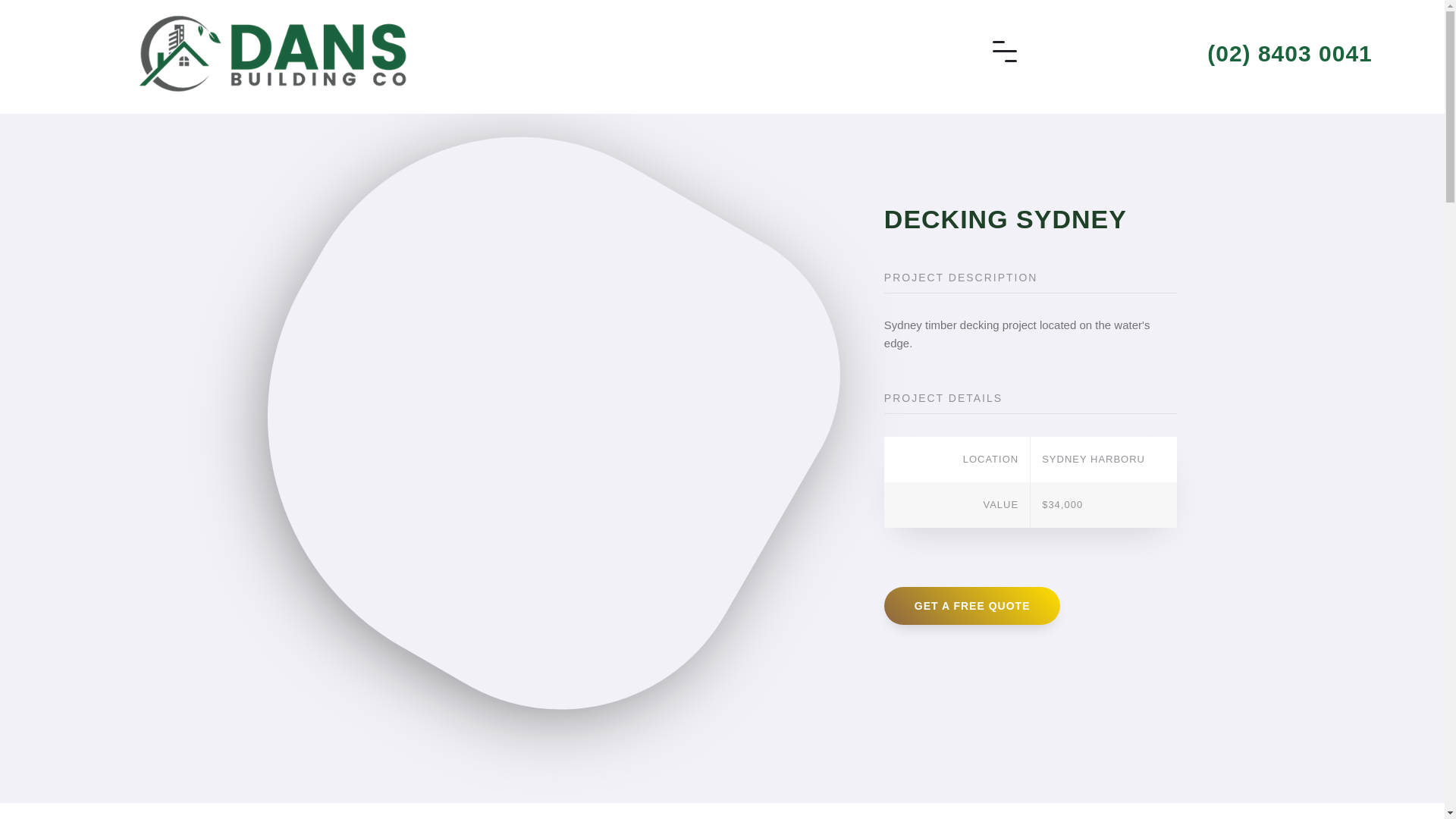  What do you see at coordinates (972, 604) in the screenshot?
I see `'GET A FREE QUOTE'` at bounding box center [972, 604].